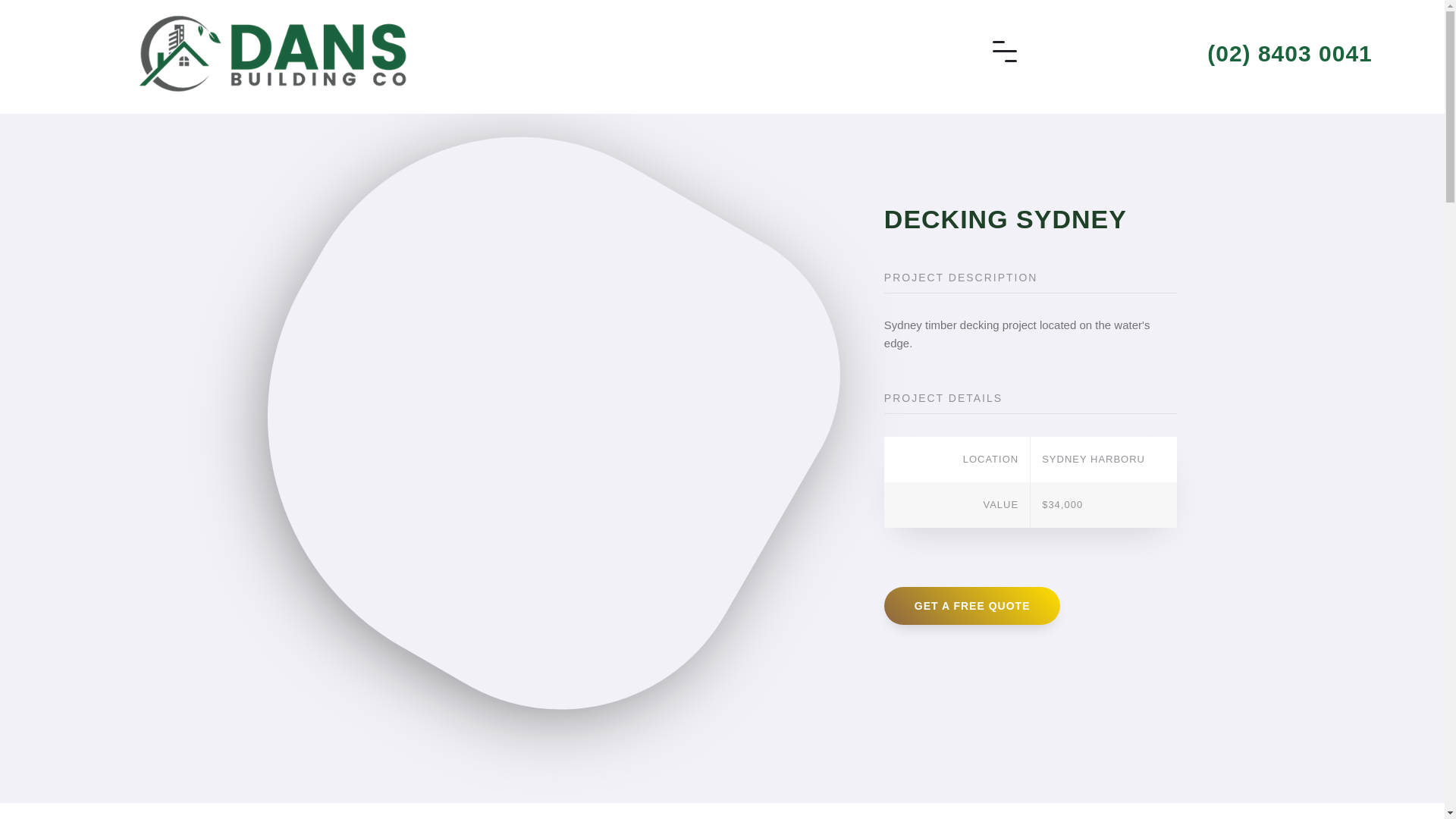  What do you see at coordinates (972, 604) in the screenshot?
I see `'GET A FREE QUOTE'` at bounding box center [972, 604].